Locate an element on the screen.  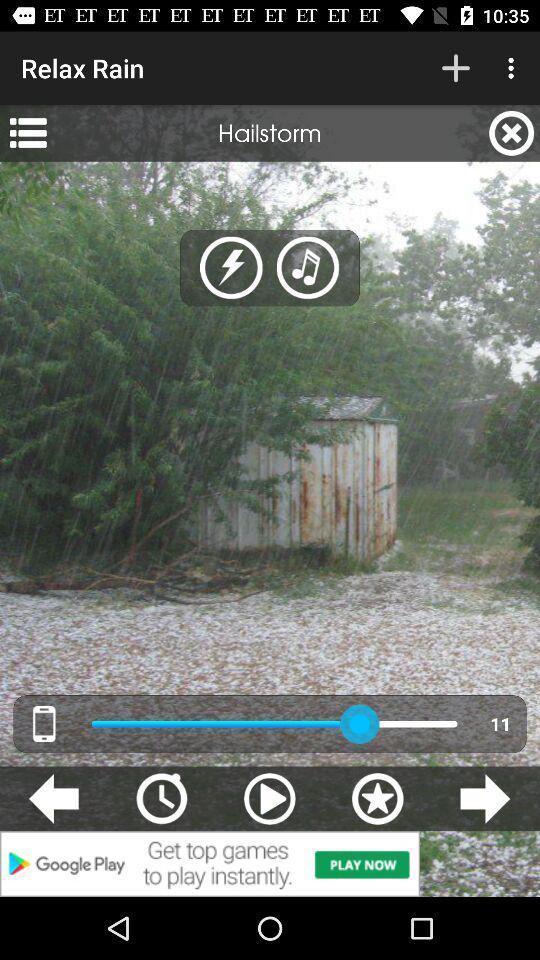
the icon next to hailstorm app is located at coordinates (511, 132).